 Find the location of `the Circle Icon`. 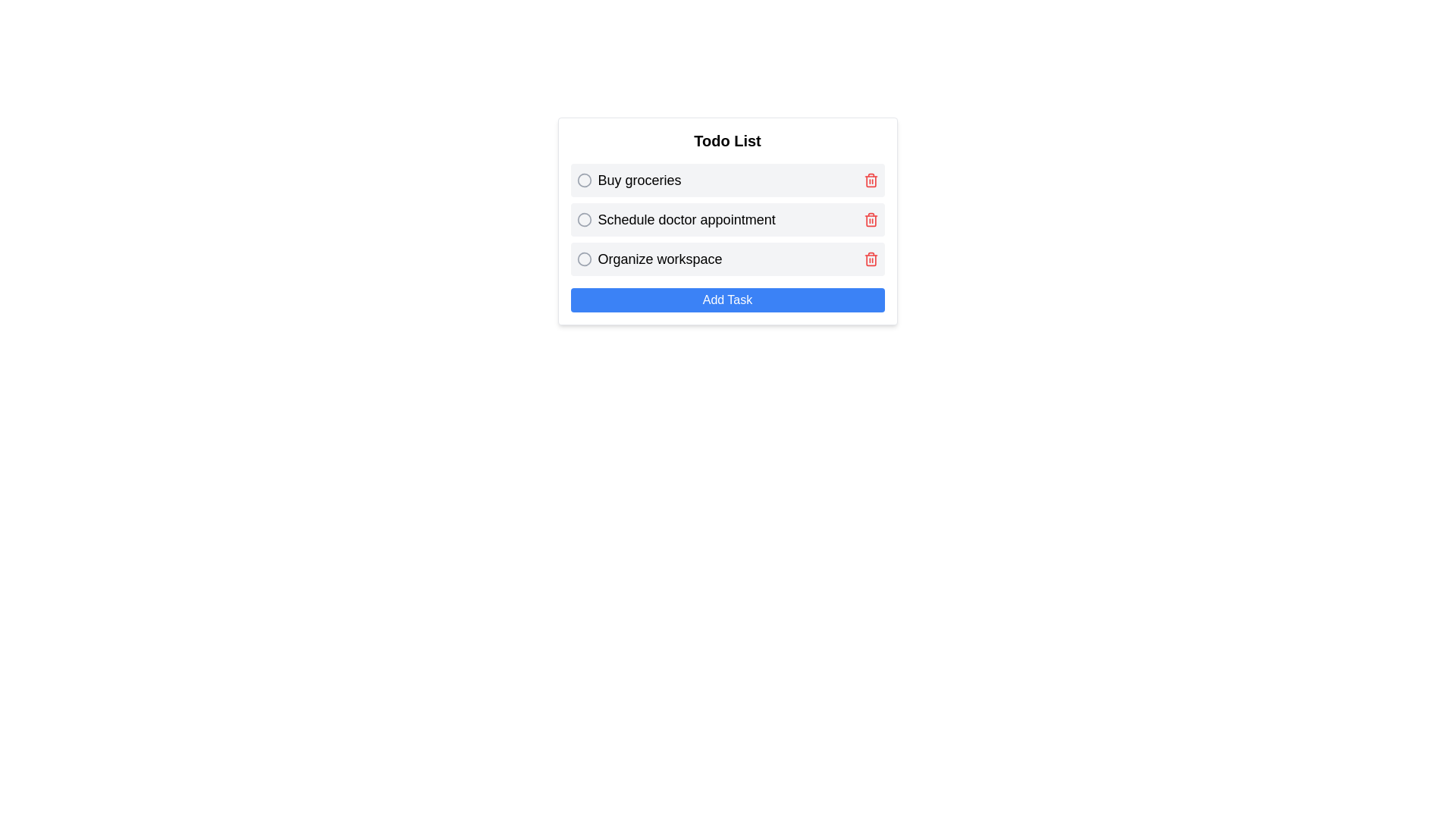

the Circle Icon is located at coordinates (583, 180).